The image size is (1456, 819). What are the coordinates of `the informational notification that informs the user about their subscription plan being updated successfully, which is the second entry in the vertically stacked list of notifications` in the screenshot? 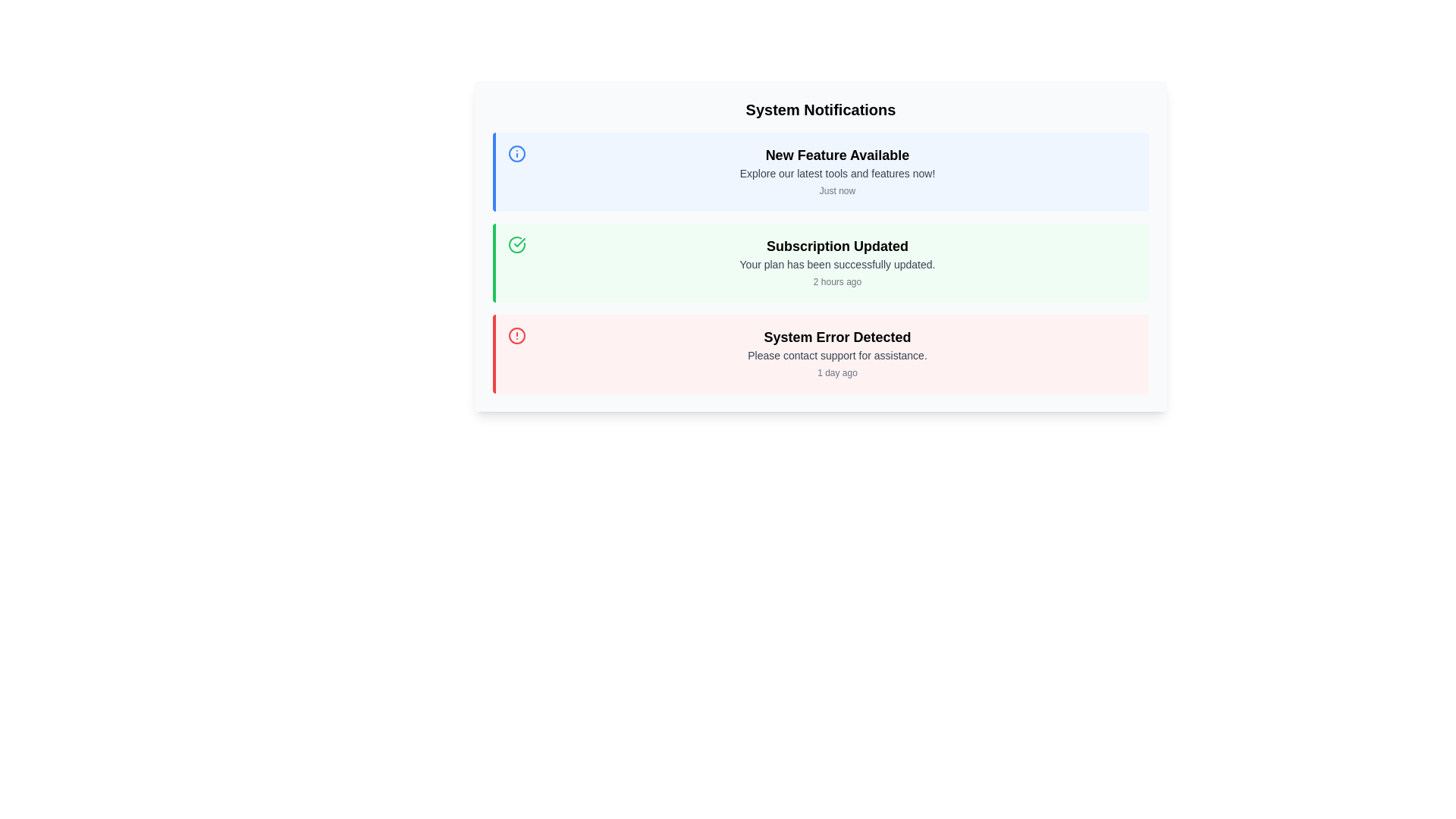 It's located at (820, 262).